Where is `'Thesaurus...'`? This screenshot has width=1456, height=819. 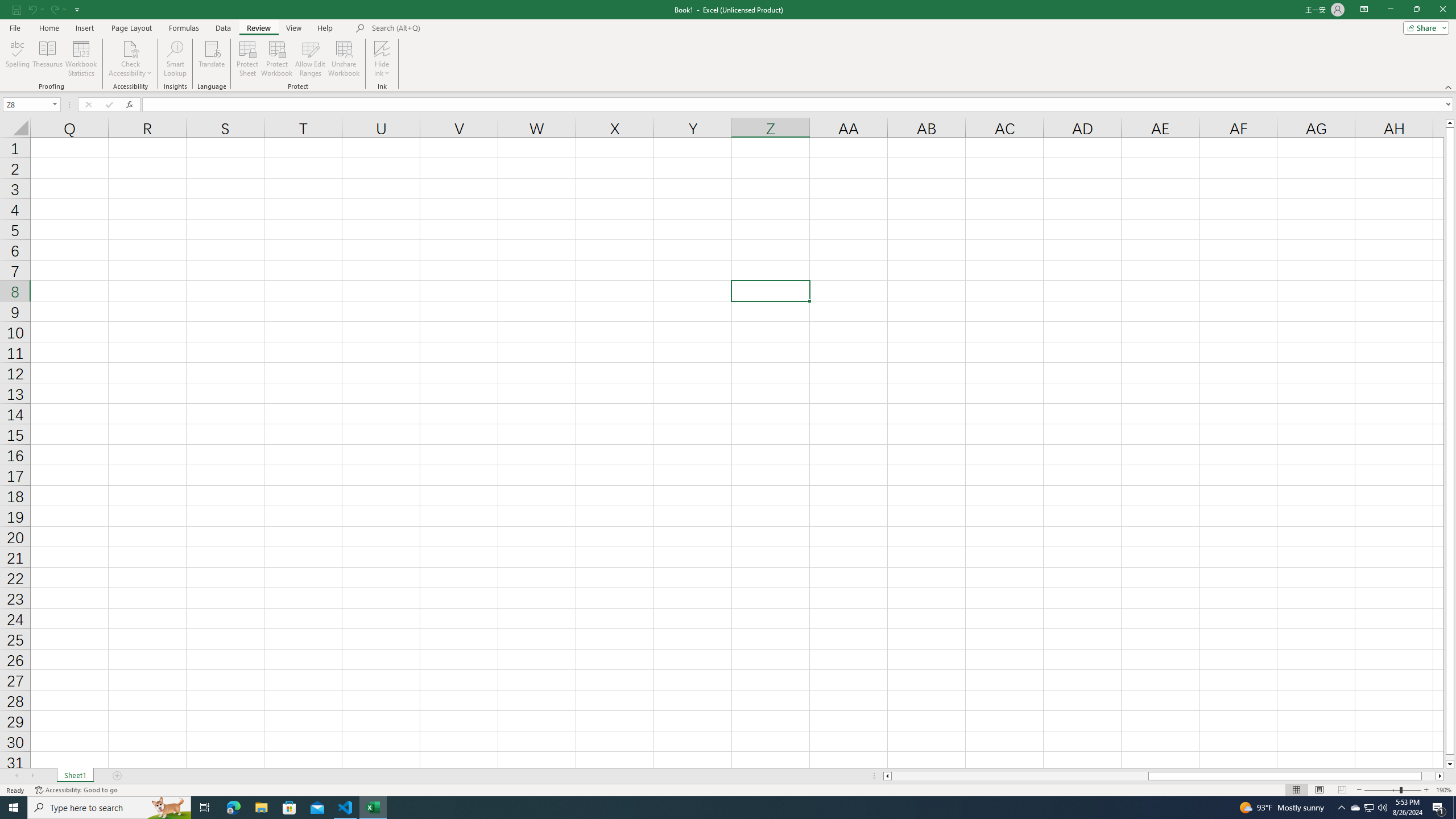
'Thesaurus...' is located at coordinates (47, 59).